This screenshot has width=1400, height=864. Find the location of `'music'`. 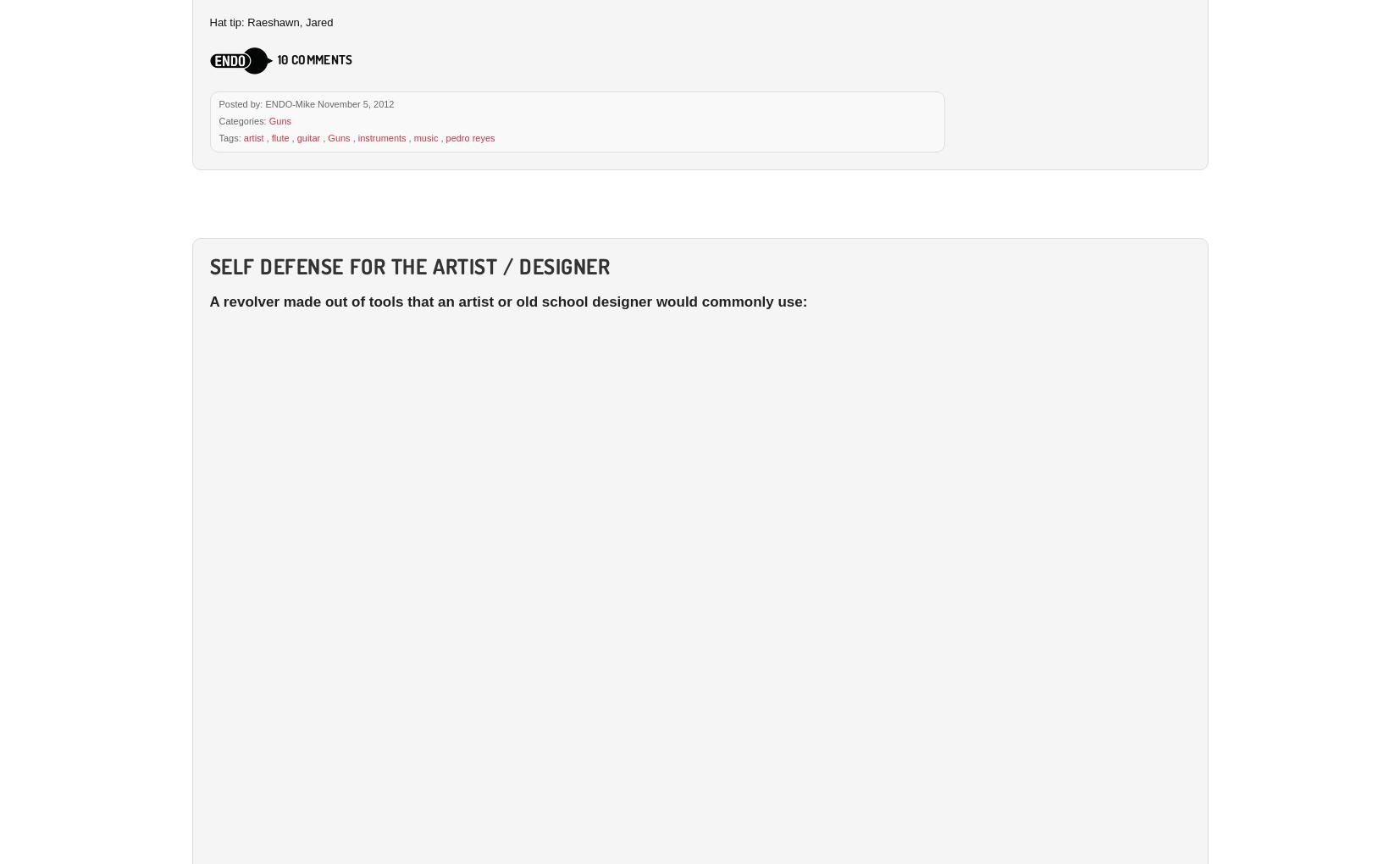

'music' is located at coordinates (424, 136).